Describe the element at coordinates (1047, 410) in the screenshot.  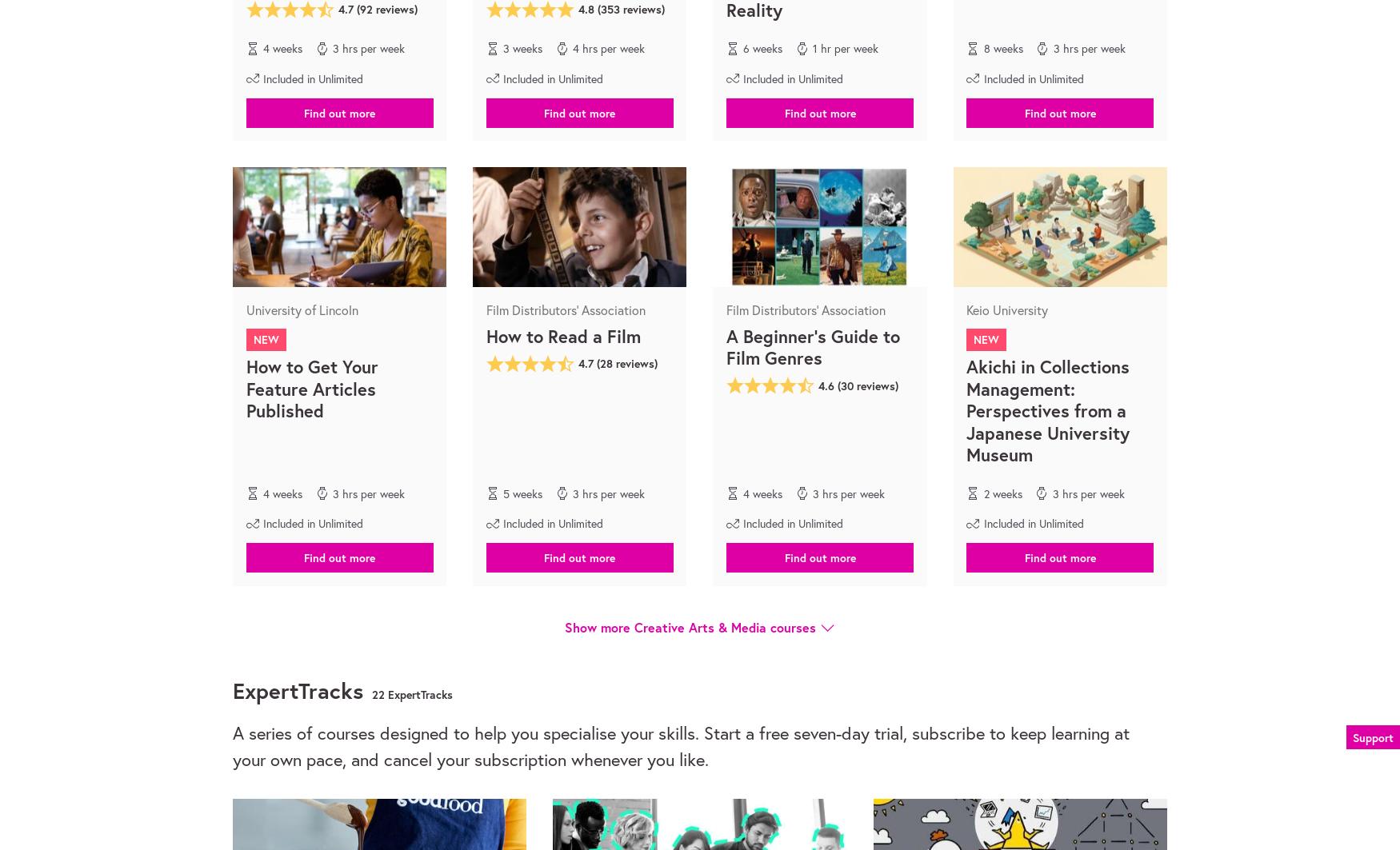
I see `'Akichi in Collections Management: Perspectives from a Japanese University Museum'` at that location.